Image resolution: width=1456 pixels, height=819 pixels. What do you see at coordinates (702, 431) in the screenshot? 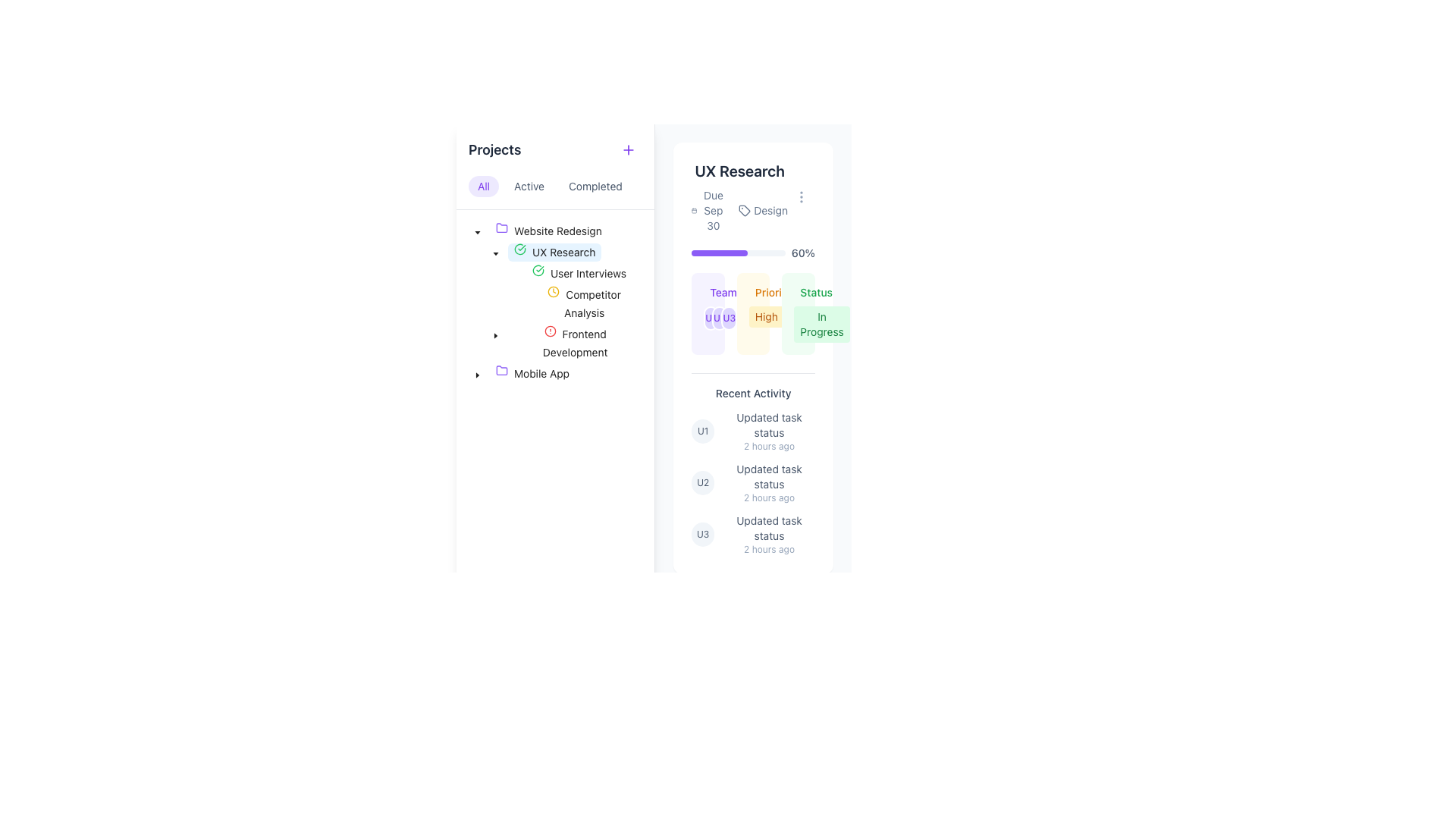
I see `the user avatar icon located in the 'Recent Activity' section, which is positioned to the left of the text 'Updated task status' and above 'U2'` at bounding box center [702, 431].